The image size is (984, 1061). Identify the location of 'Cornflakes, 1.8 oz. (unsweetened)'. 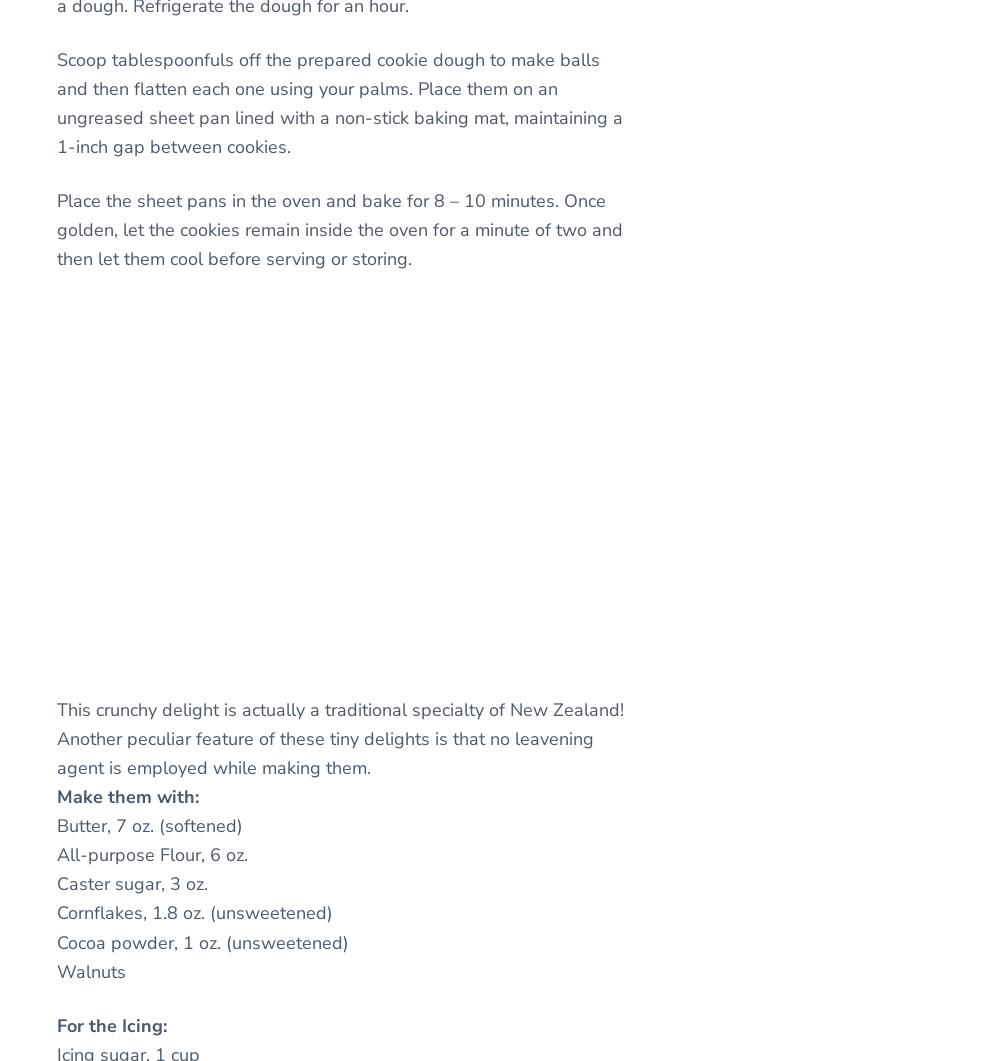
(195, 911).